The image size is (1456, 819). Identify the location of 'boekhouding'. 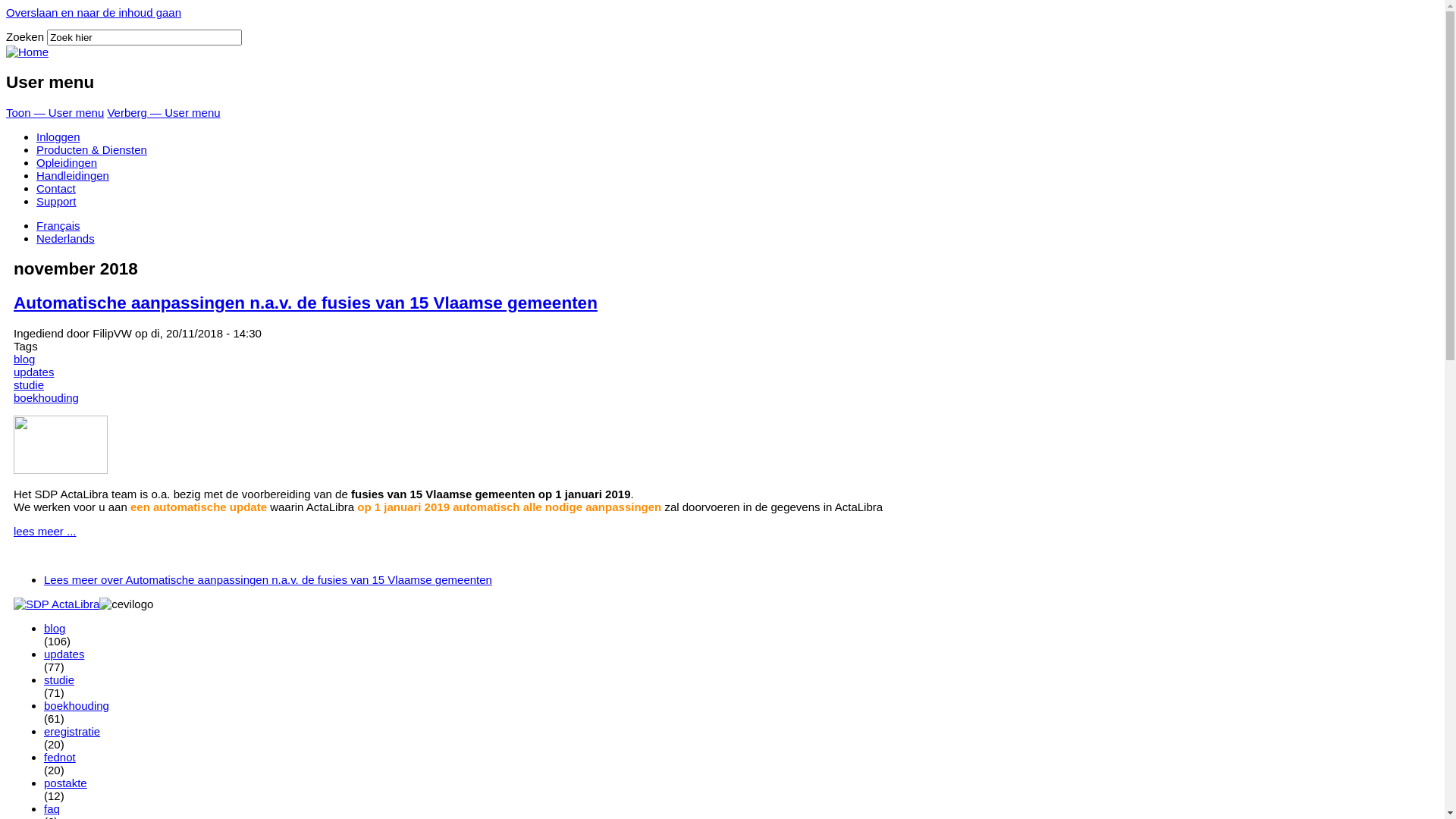
(43, 705).